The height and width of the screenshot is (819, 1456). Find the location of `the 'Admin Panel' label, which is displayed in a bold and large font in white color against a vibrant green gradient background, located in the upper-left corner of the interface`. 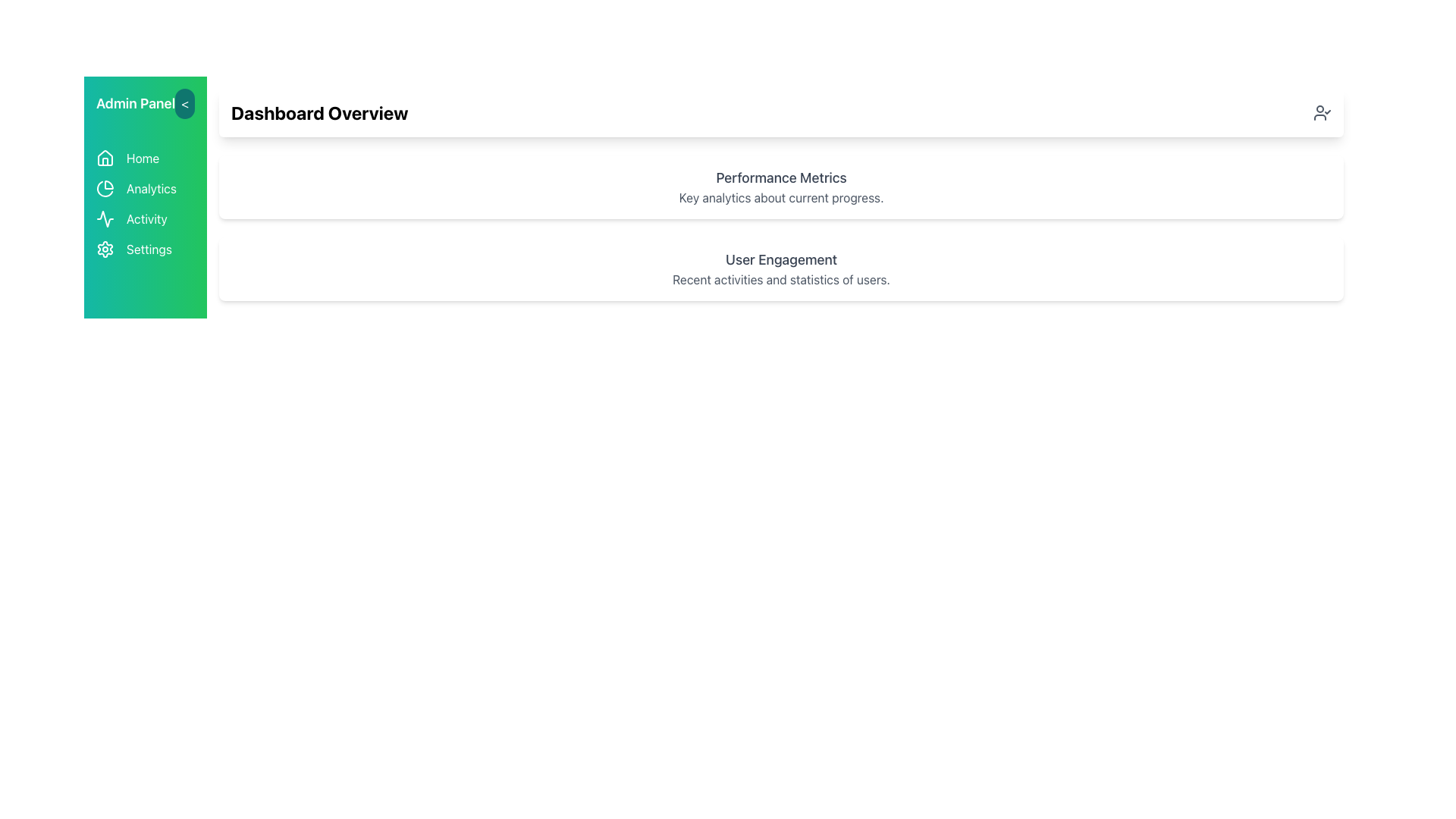

the 'Admin Panel' label, which is displayed in a bold and large font in white color against a vibrant green gradient background, located in the upper-left corner of the interface is located at coordinates (136, 103).